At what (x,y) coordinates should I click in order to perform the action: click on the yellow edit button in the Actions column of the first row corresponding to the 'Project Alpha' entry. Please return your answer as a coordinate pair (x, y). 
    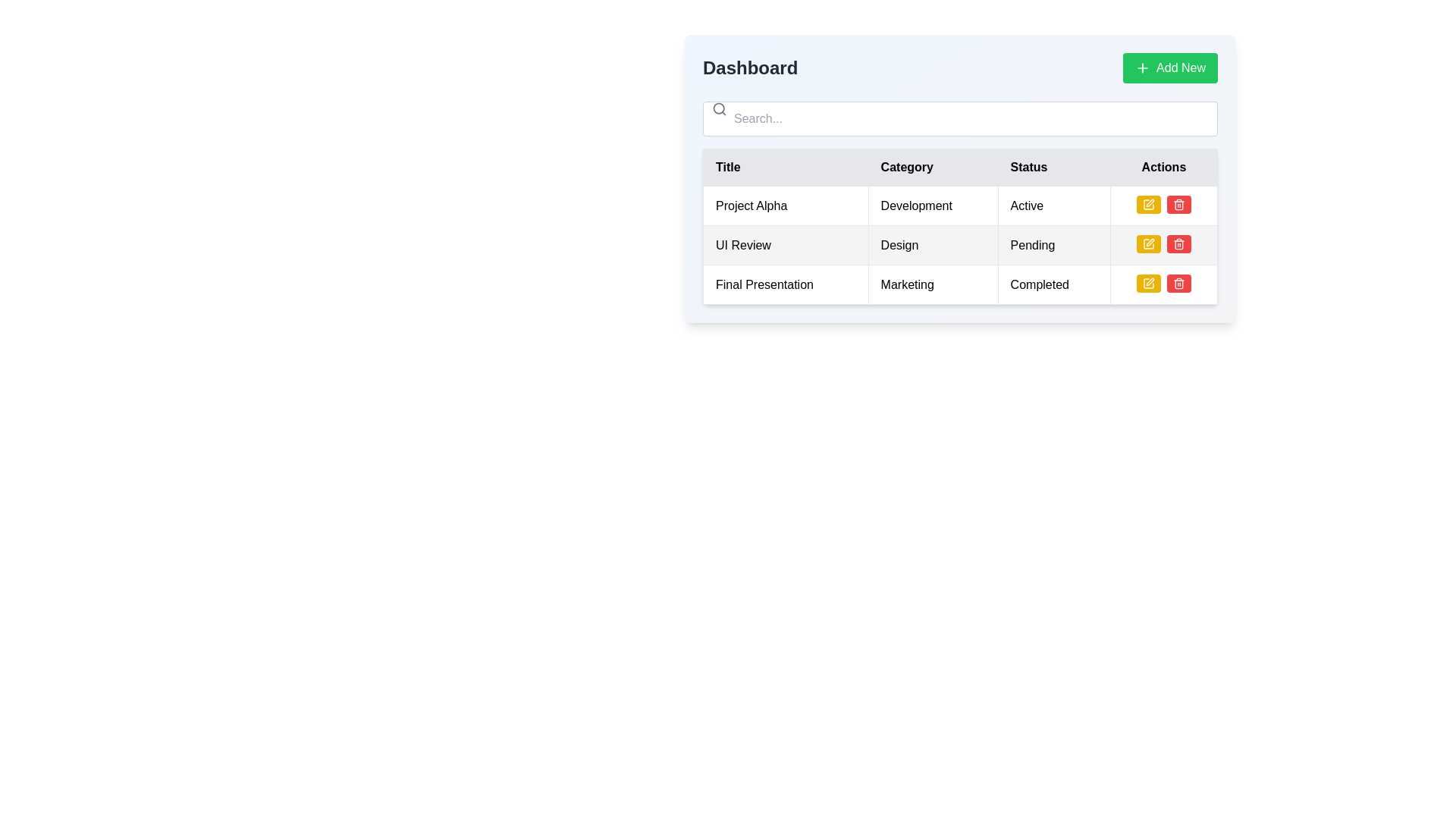
    Looking at the image, I should click on (1163, 206).